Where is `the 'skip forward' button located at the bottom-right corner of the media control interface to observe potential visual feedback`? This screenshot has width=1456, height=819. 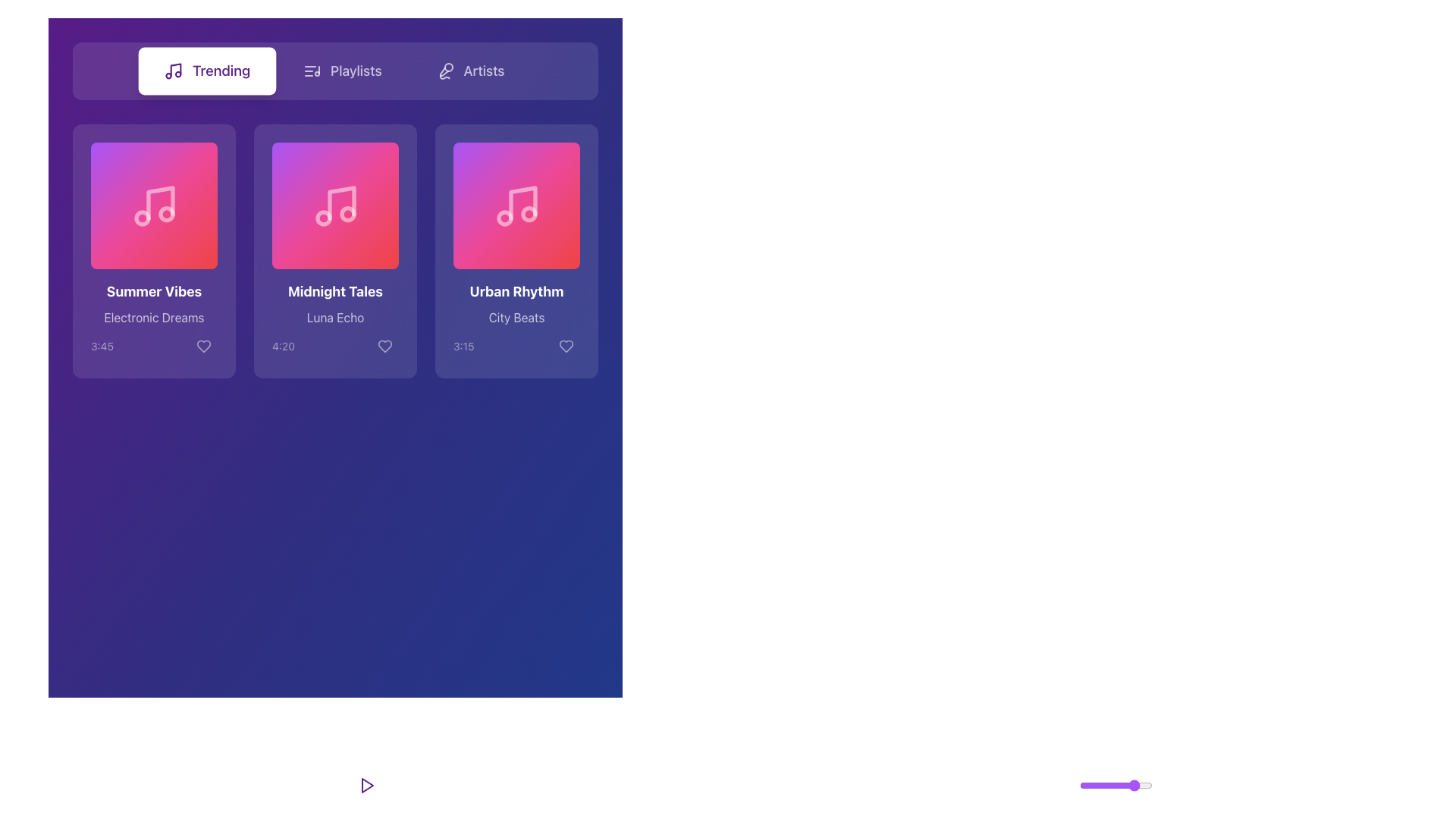
the 'skip forward' button located at the bottom-right corner of the media control interface to observe potential visual feedback is located at coordinates (415, 785).